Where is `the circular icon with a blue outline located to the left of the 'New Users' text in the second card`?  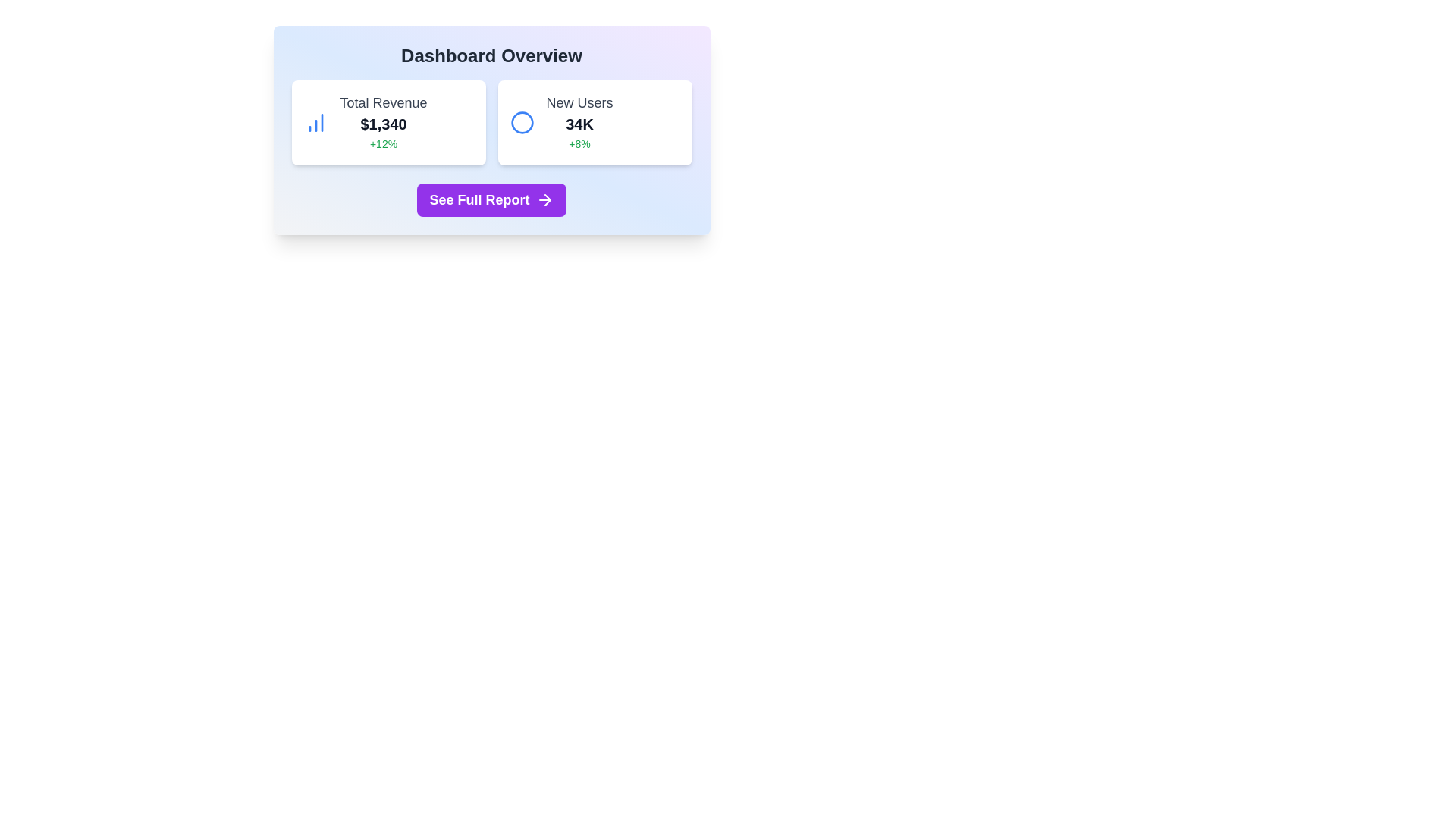 the circular icon with a blue outline located to the left of the 'New Users' text in the second card is located at coordinates (522, 122).